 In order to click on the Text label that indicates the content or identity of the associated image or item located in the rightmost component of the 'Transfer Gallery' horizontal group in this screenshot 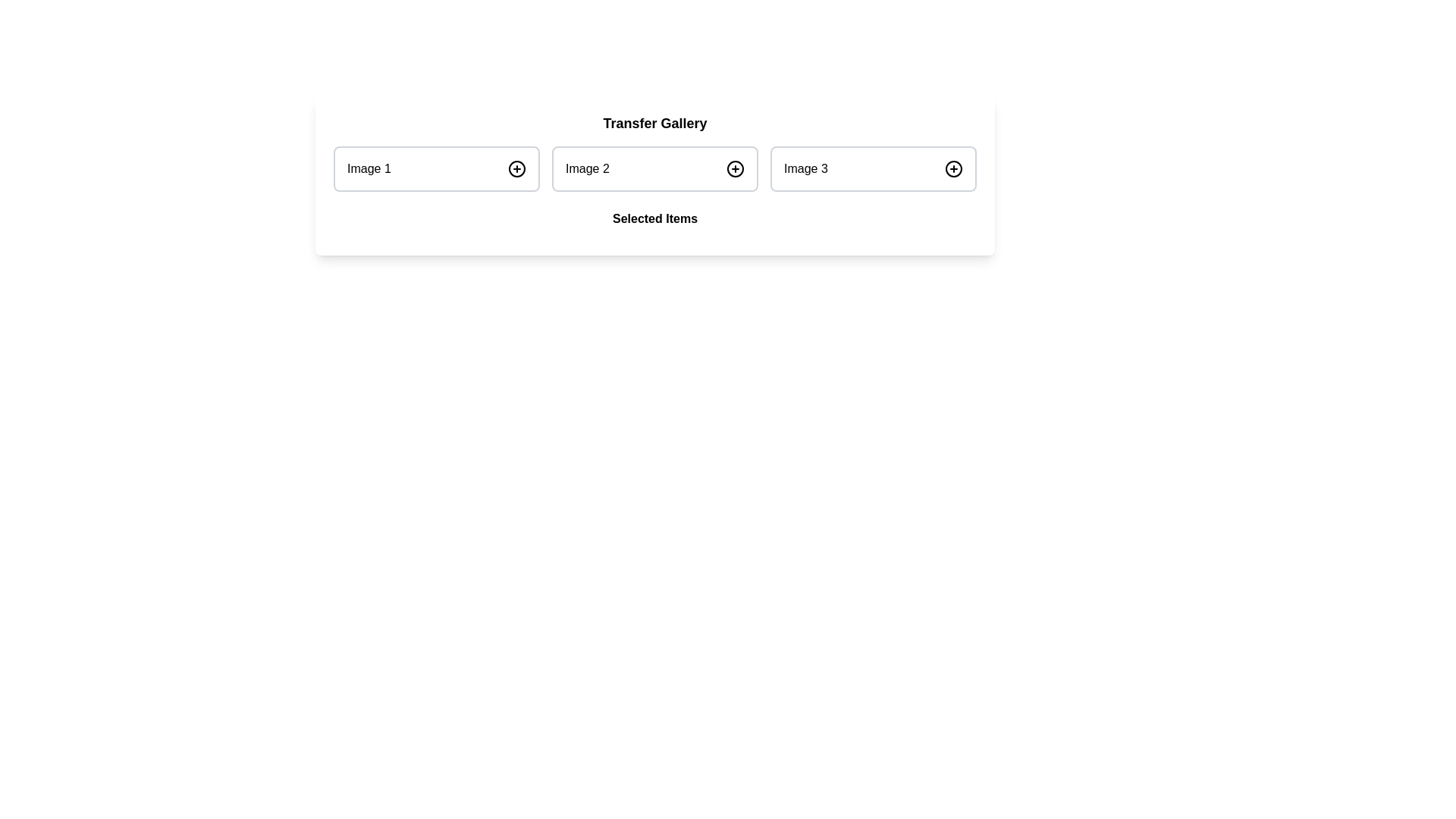, I will do `click(805, 169)`.